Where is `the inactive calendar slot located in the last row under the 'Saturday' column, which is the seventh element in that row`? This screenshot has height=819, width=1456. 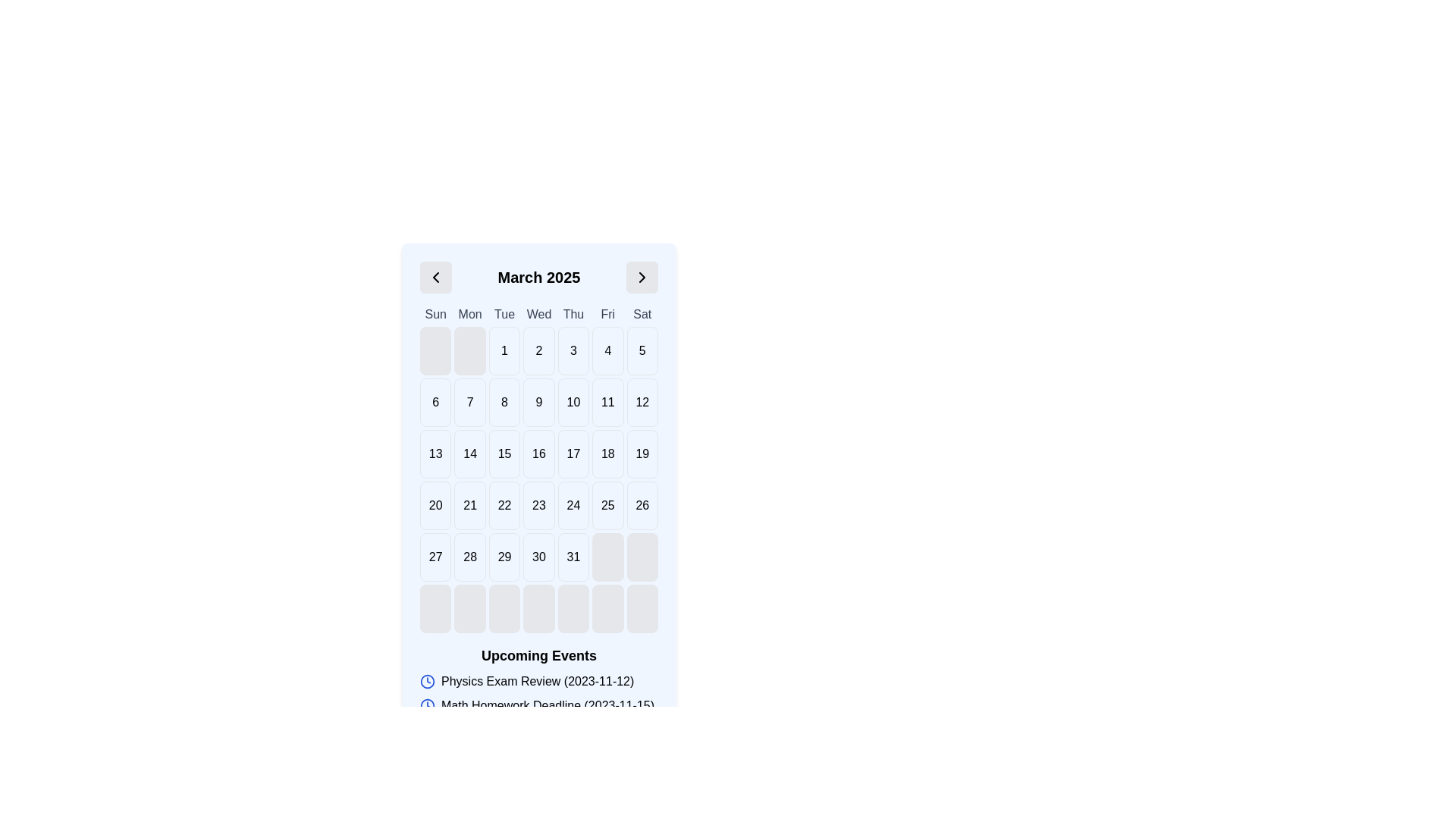
the inactive calendar slot located in the last row under the 'Saturday' column, which is the seventh element in that row is located at coordinates (642, 607).